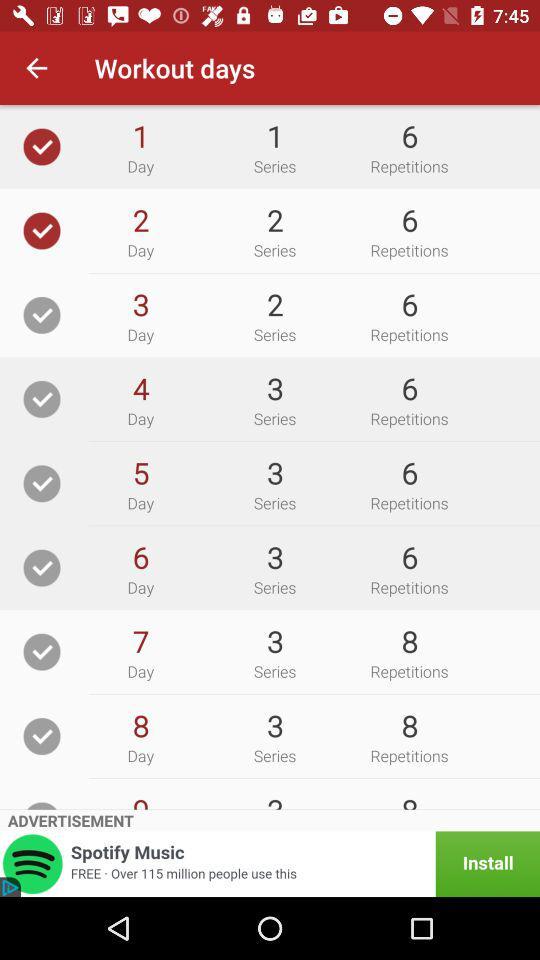 This screenshot has width=540, height=960. What do you see at coordinates (139, 473) in the screenshot?
I see `item to the left of the 3` at bounding box center [139, 473].